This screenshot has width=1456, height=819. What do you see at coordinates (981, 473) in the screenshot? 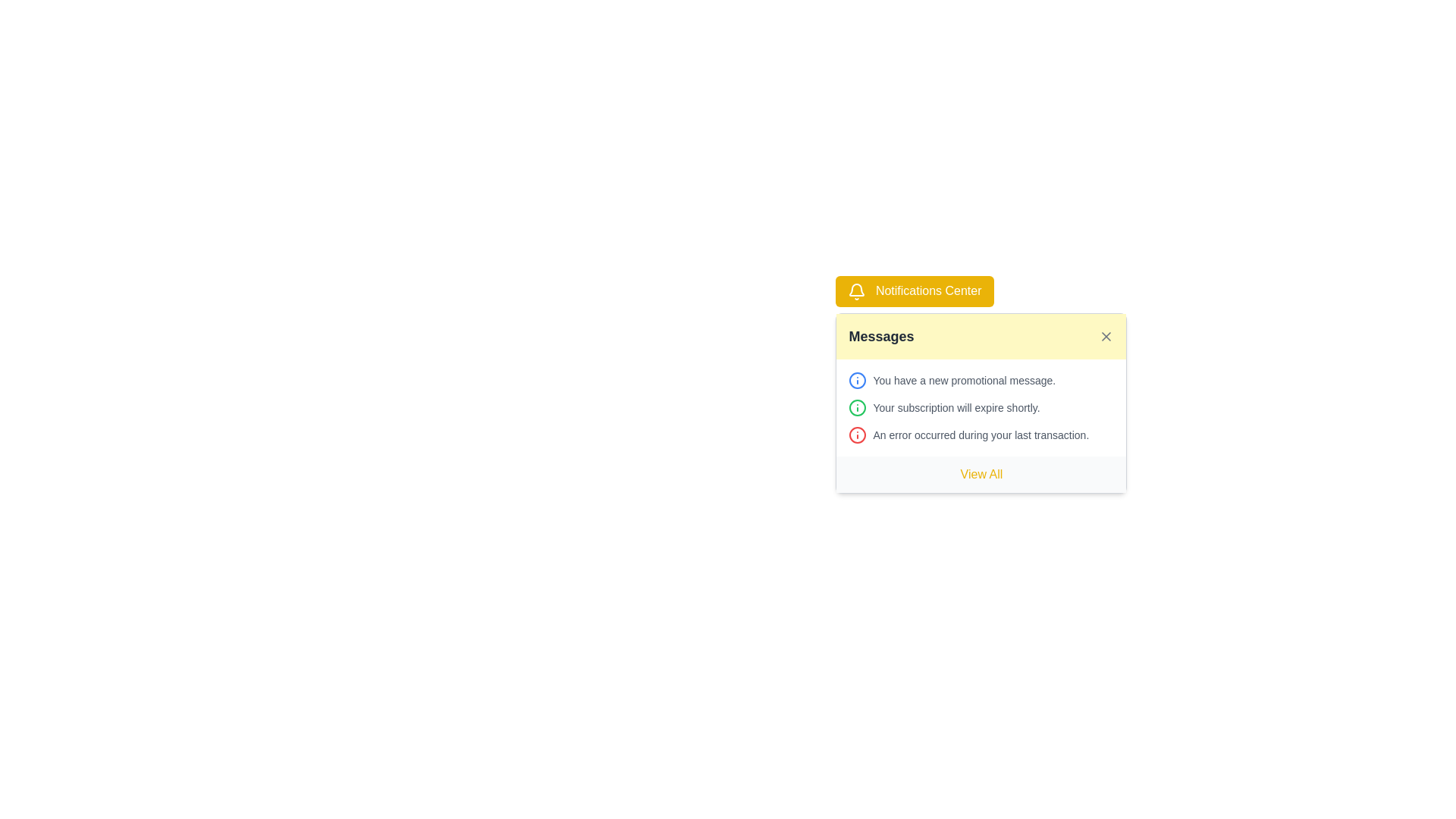
I see `the button located at the bottom of the notification panel` at bounding box center [981, 473].